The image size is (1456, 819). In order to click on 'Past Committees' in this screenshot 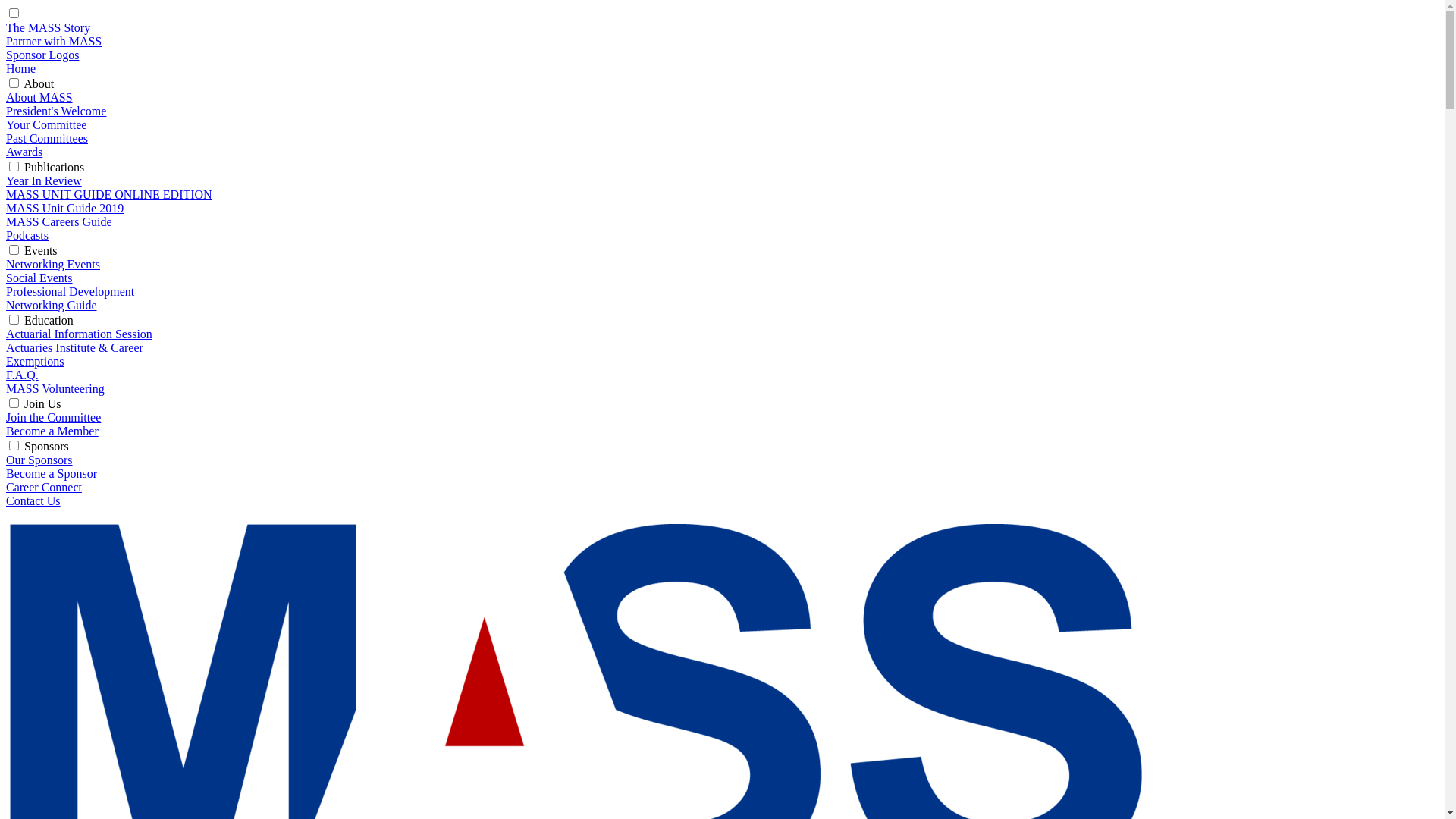, I will do `click(47, 138)`.